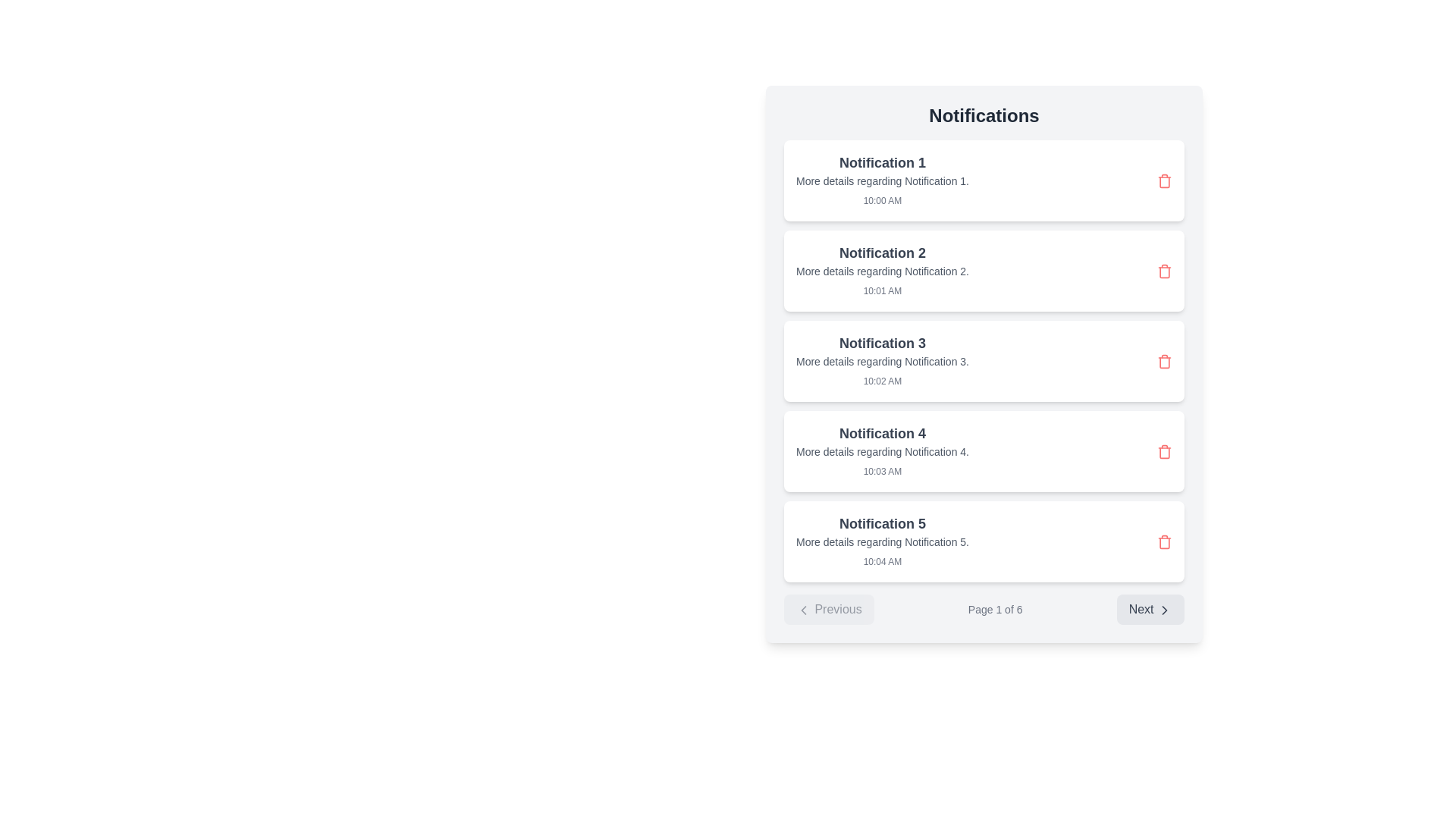  Describe the element at coordinates (995, 608) in the screenshot. I see `the text label displaying 'Page 1 of 6', which is styled in a small gray font and located centrally between the 'Previous' and 'Next' navigation buttons at the bottom of the interface` at that location.